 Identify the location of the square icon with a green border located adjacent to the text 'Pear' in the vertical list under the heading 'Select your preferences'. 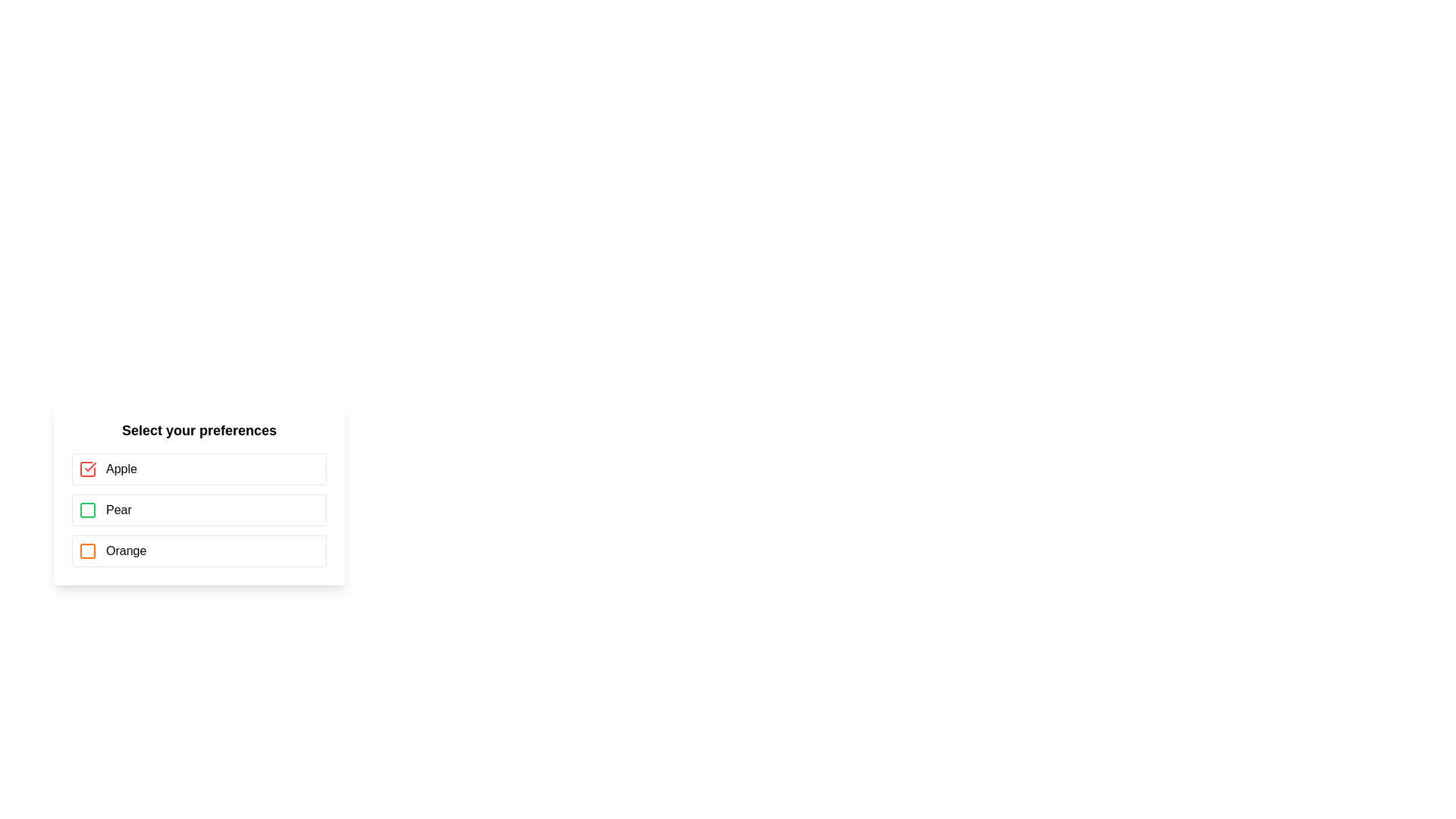
(86, 510).